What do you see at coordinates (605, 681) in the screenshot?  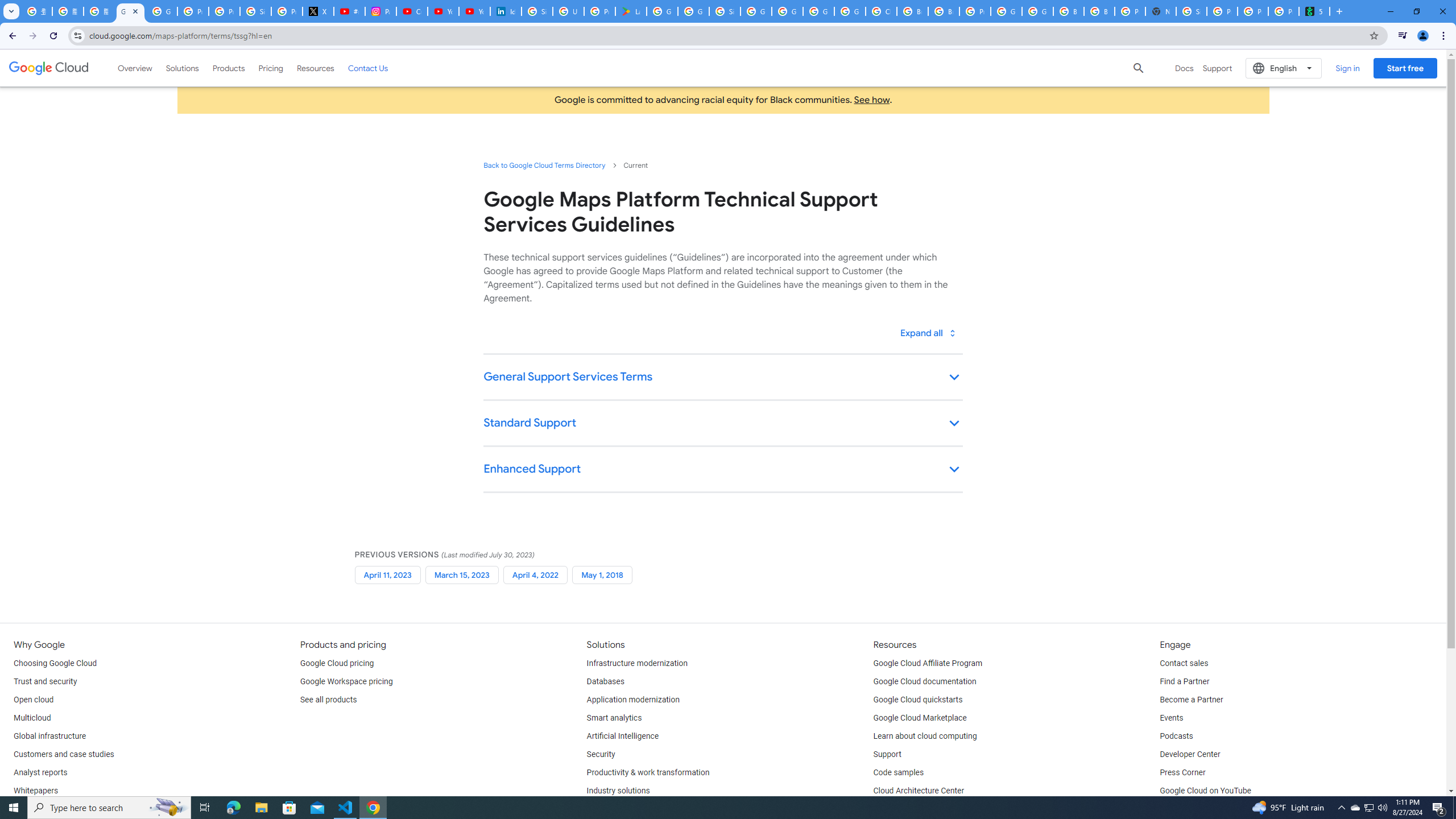 I see `'Databases'` at bounding box center [605, 681].